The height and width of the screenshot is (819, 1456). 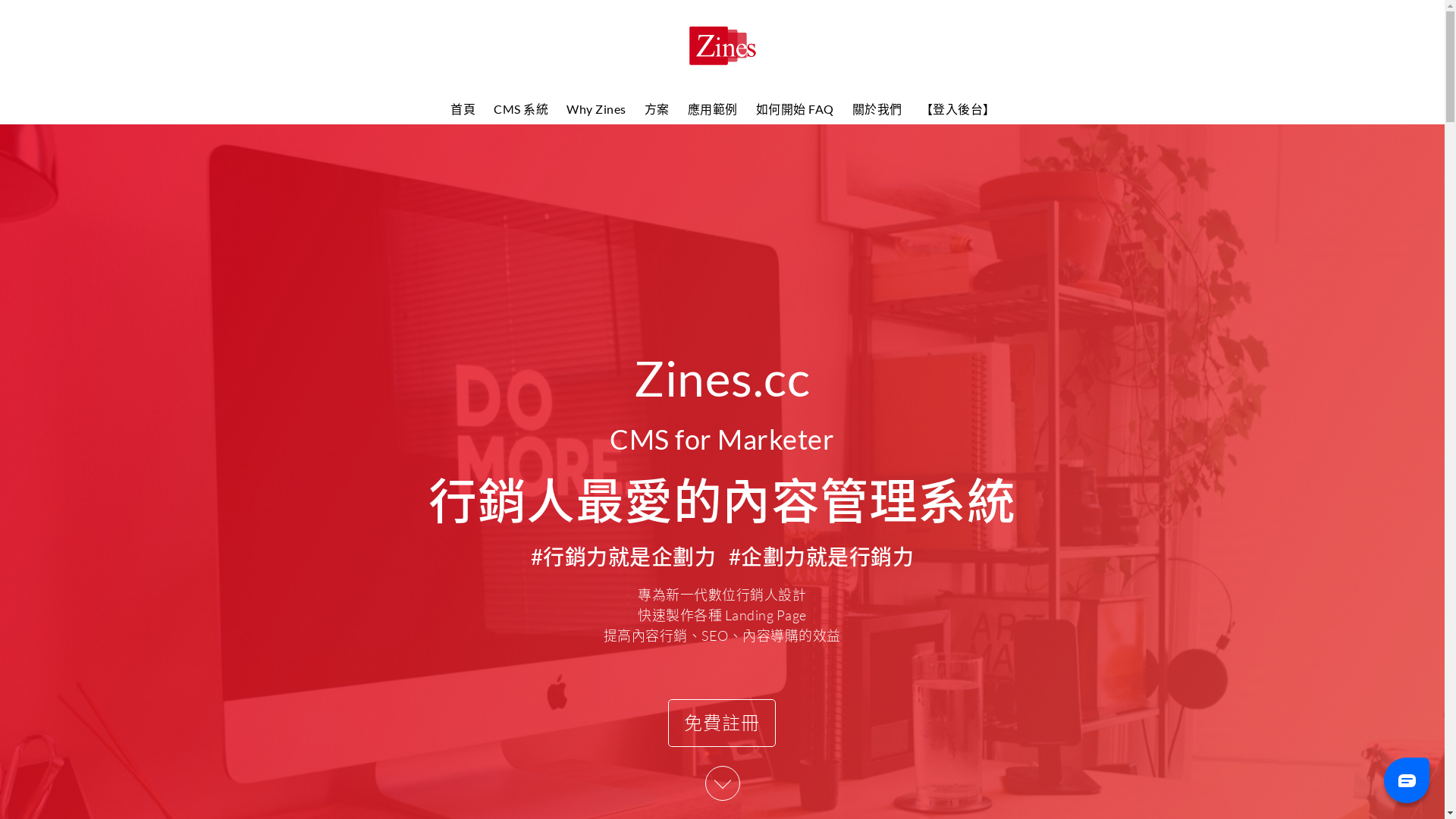 What do you see at coordinates (595, 108) in the screenshot?
I see `'Why Zines'` at bounding box center [595, 108].